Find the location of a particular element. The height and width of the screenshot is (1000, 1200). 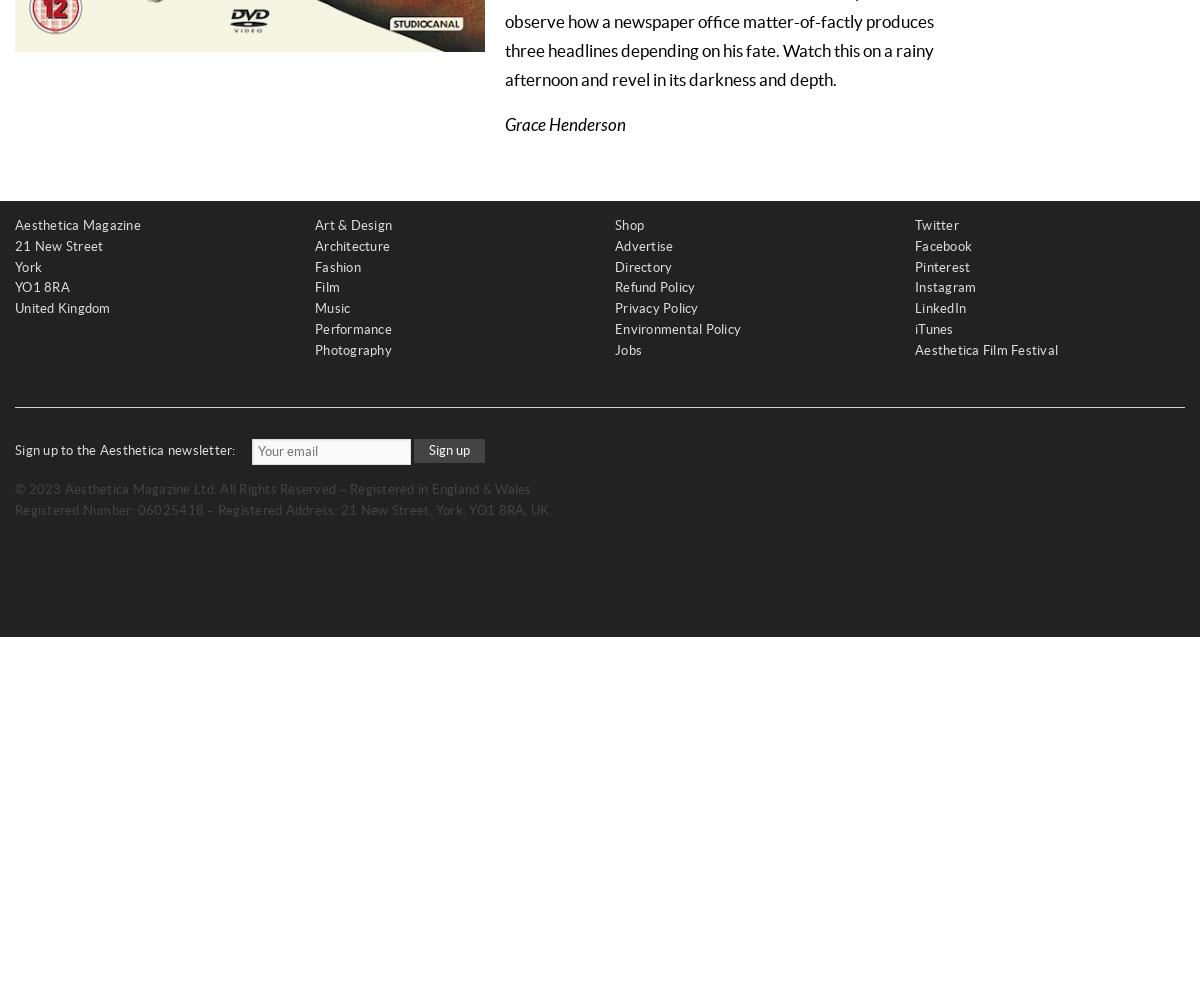

'United Kingdom' is located at coordinates (62, 308).